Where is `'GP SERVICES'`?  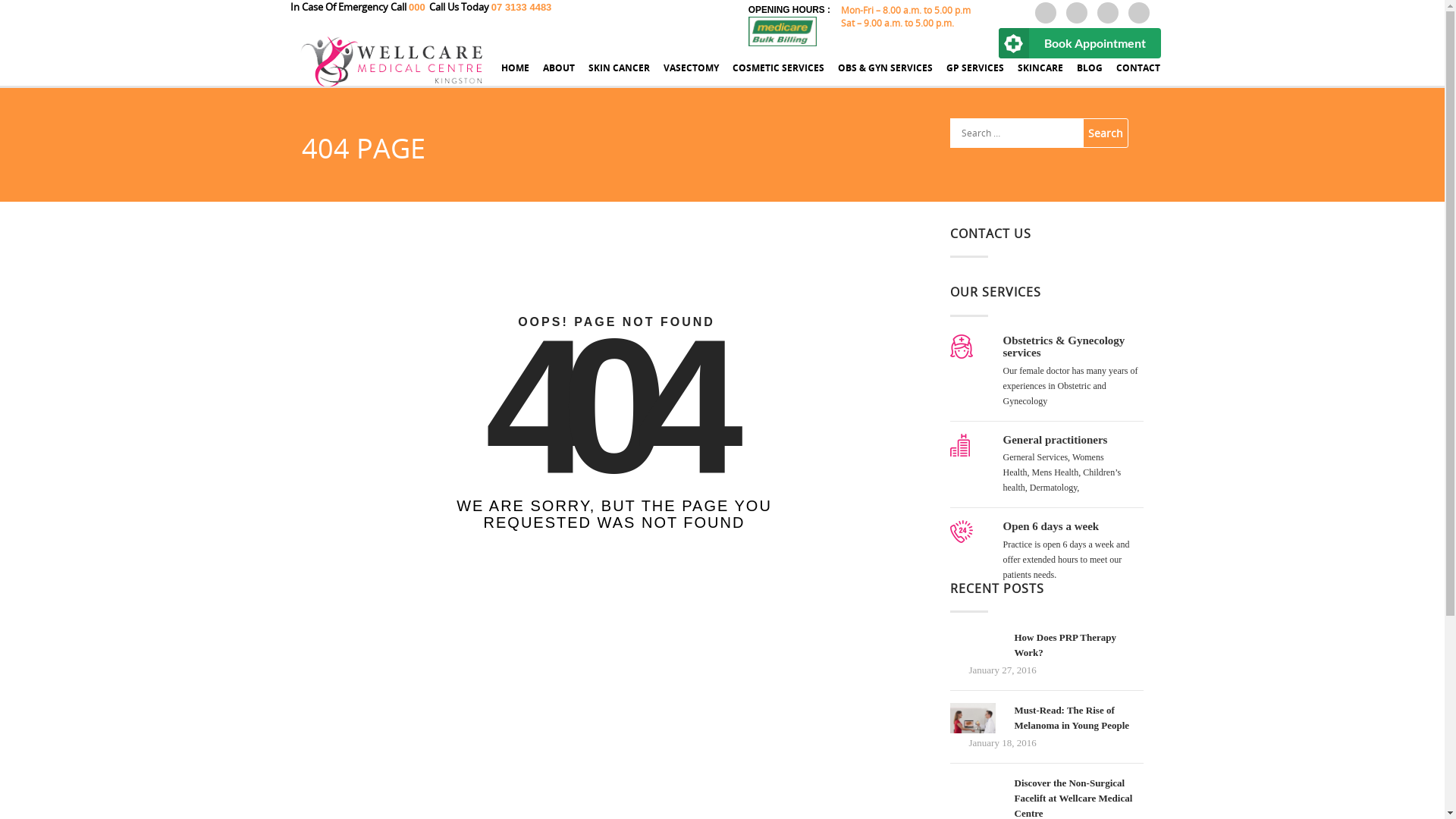
'GP SERVICES' is located at coordinates (975, 75).